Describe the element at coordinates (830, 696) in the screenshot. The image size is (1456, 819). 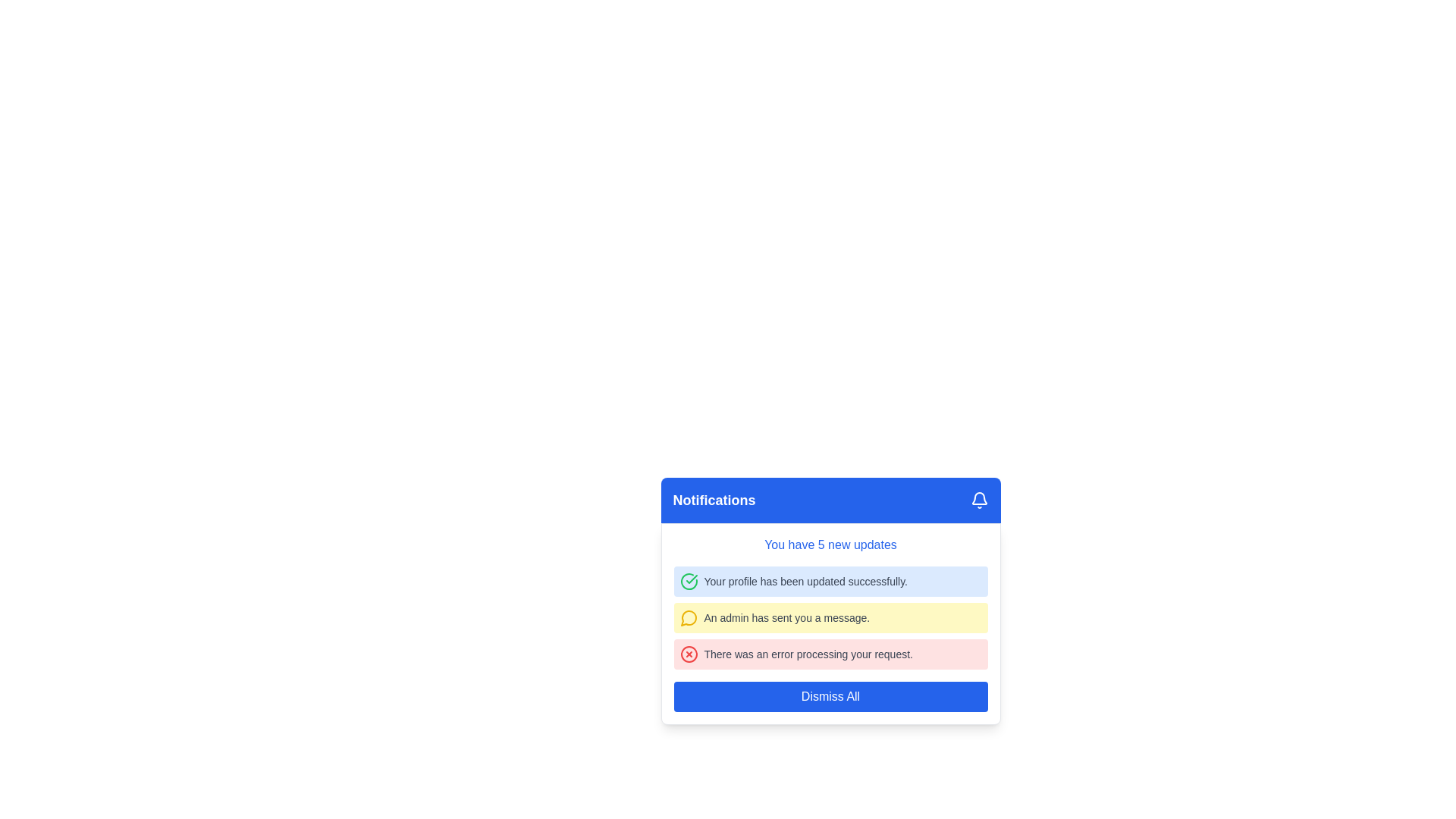
I see `the button located directly below the list of notifications in the notification panel` at that location.